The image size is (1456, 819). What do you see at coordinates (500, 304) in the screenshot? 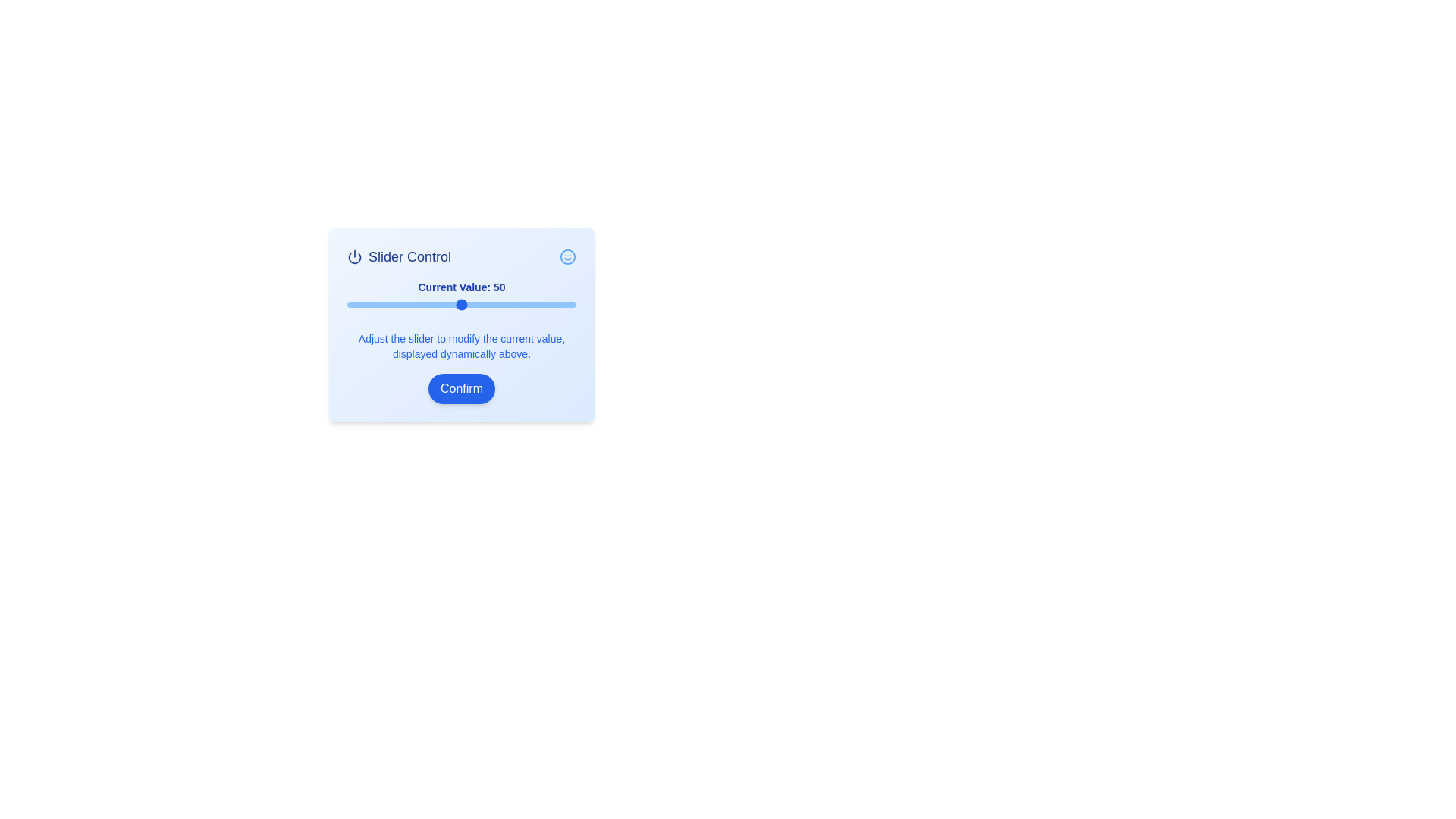
I see `the slider value` at bounding box center [500, 304].